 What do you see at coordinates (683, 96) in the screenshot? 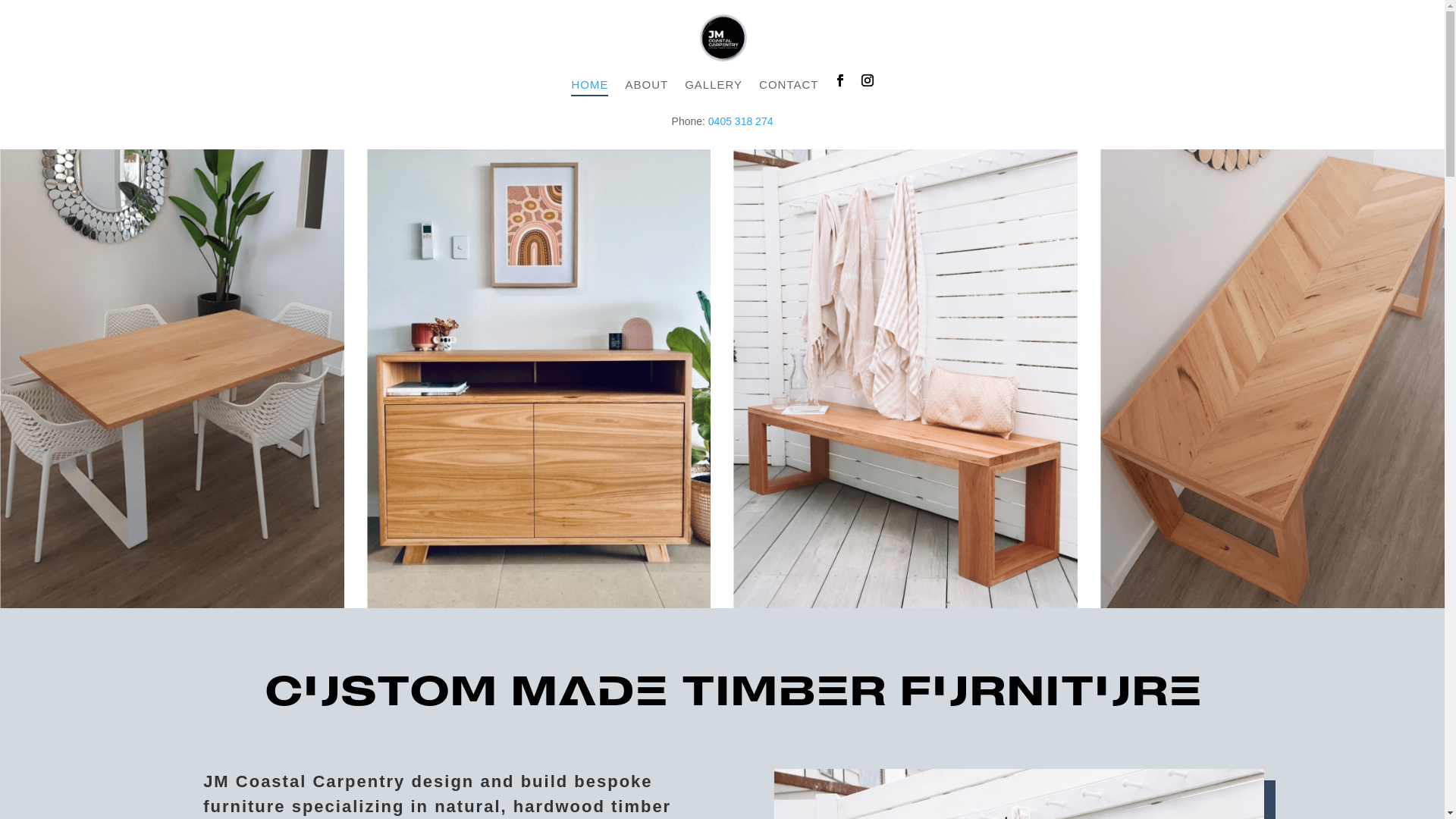
I see `'GALLERY'` at bounding box center [683, 96].